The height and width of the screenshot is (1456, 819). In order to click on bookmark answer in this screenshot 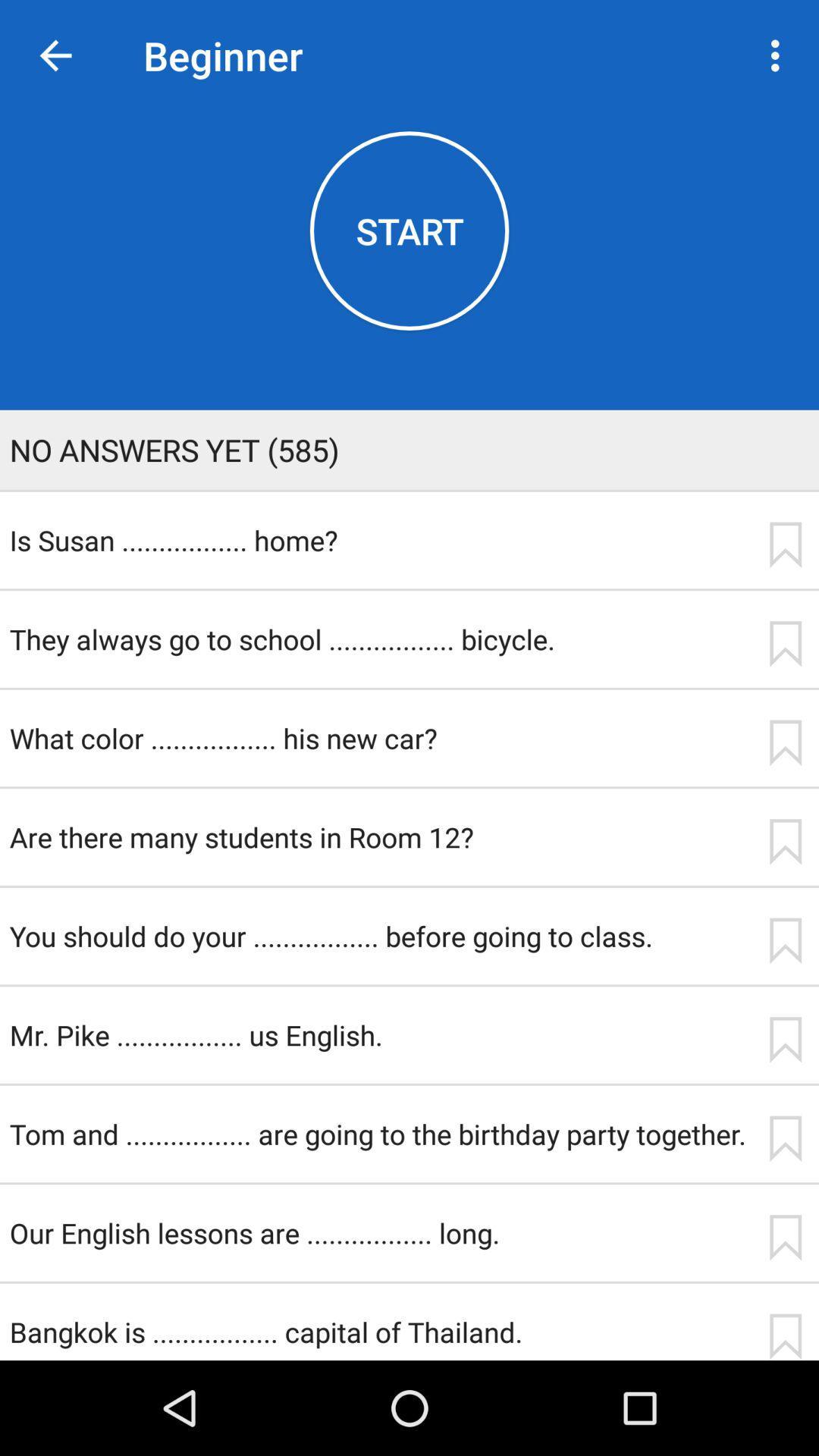, I will do `click(785, 1336)`.